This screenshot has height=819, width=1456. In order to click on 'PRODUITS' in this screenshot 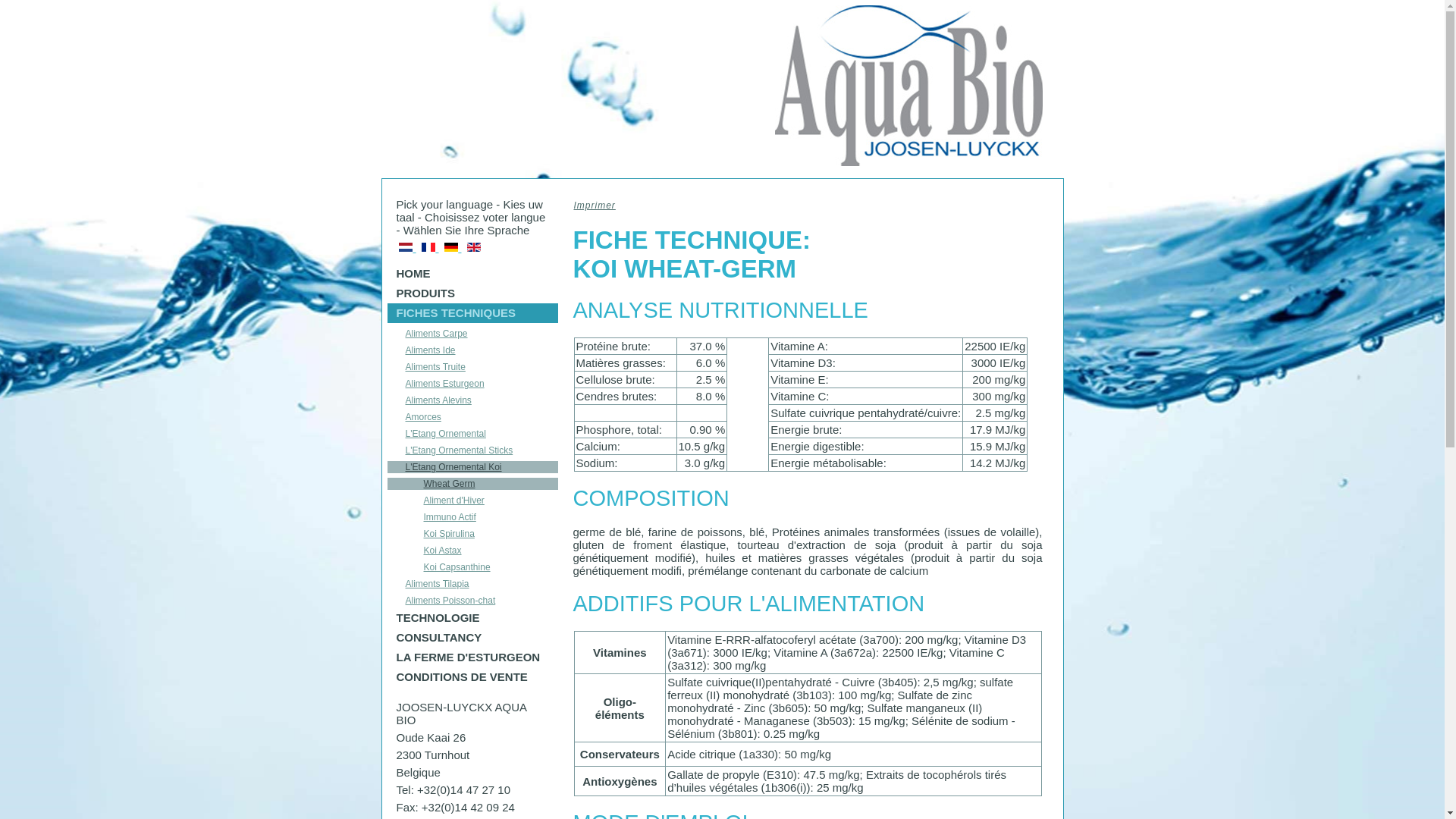, I will do `click(471, 293)`.